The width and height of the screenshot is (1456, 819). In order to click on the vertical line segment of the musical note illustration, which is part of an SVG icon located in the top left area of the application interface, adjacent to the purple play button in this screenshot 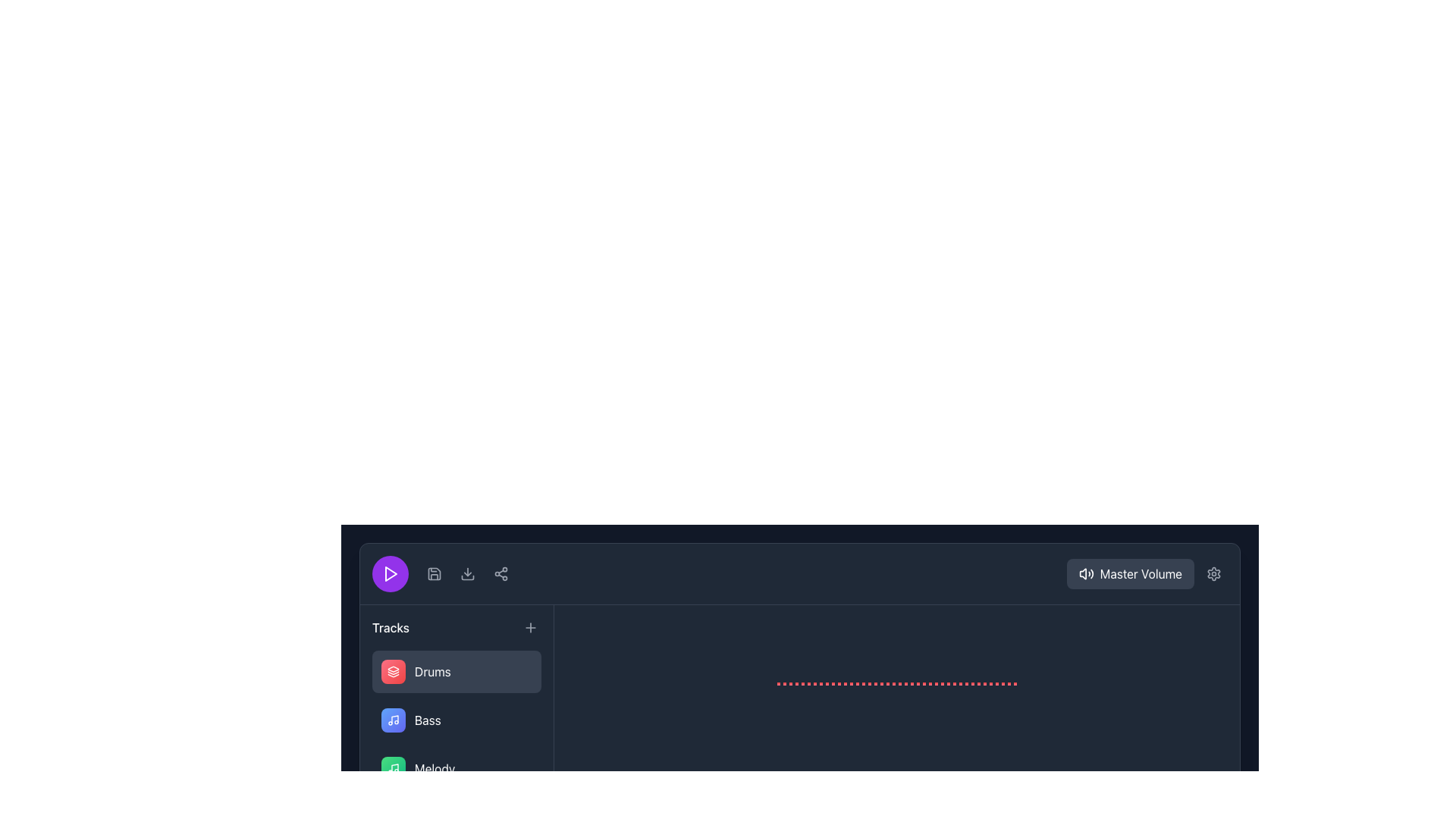, I will do `click(395, 718)`.